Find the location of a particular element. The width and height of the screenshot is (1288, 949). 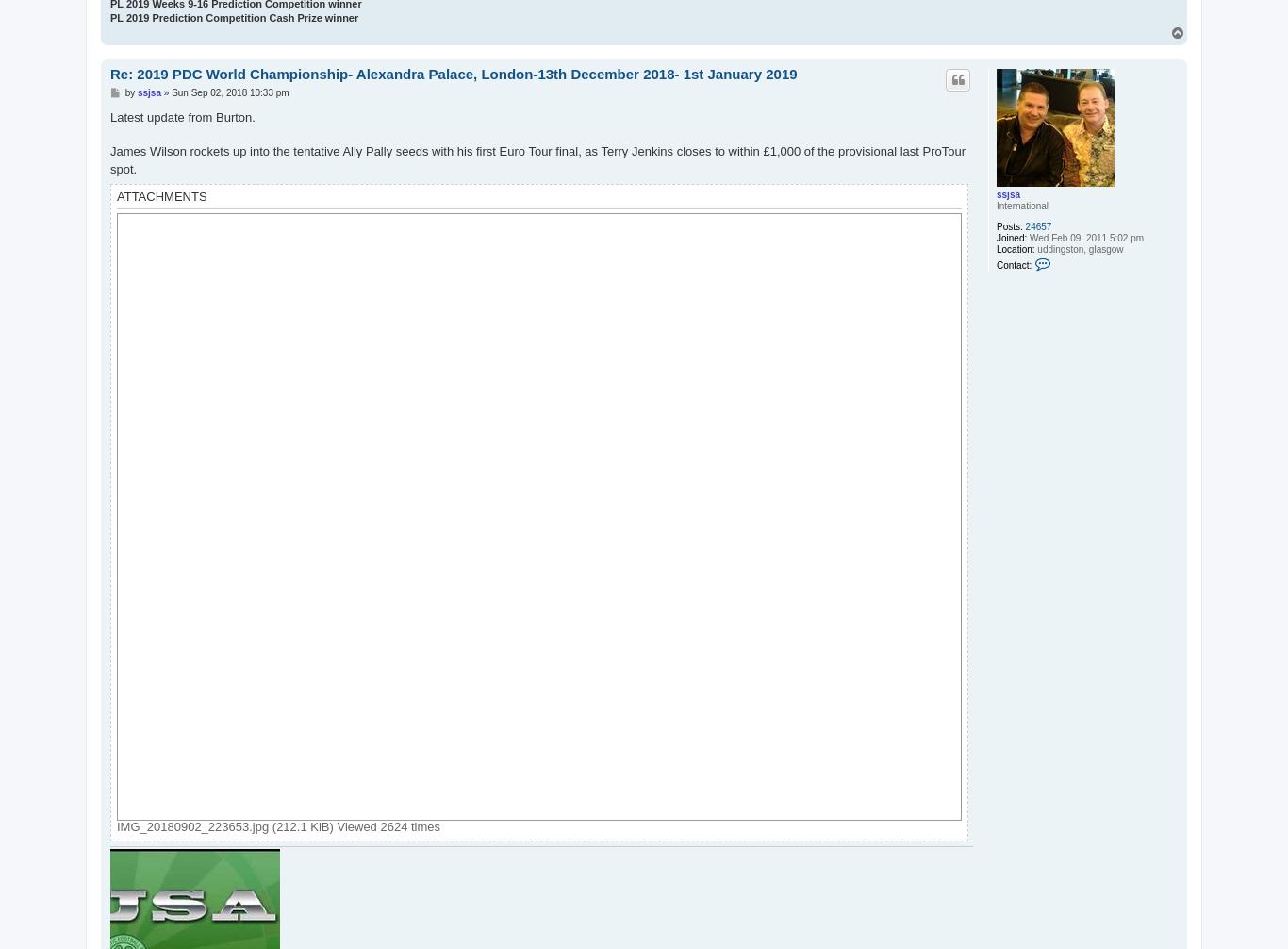

'Latest update from Burton.' is located at coordinates (109, 116).